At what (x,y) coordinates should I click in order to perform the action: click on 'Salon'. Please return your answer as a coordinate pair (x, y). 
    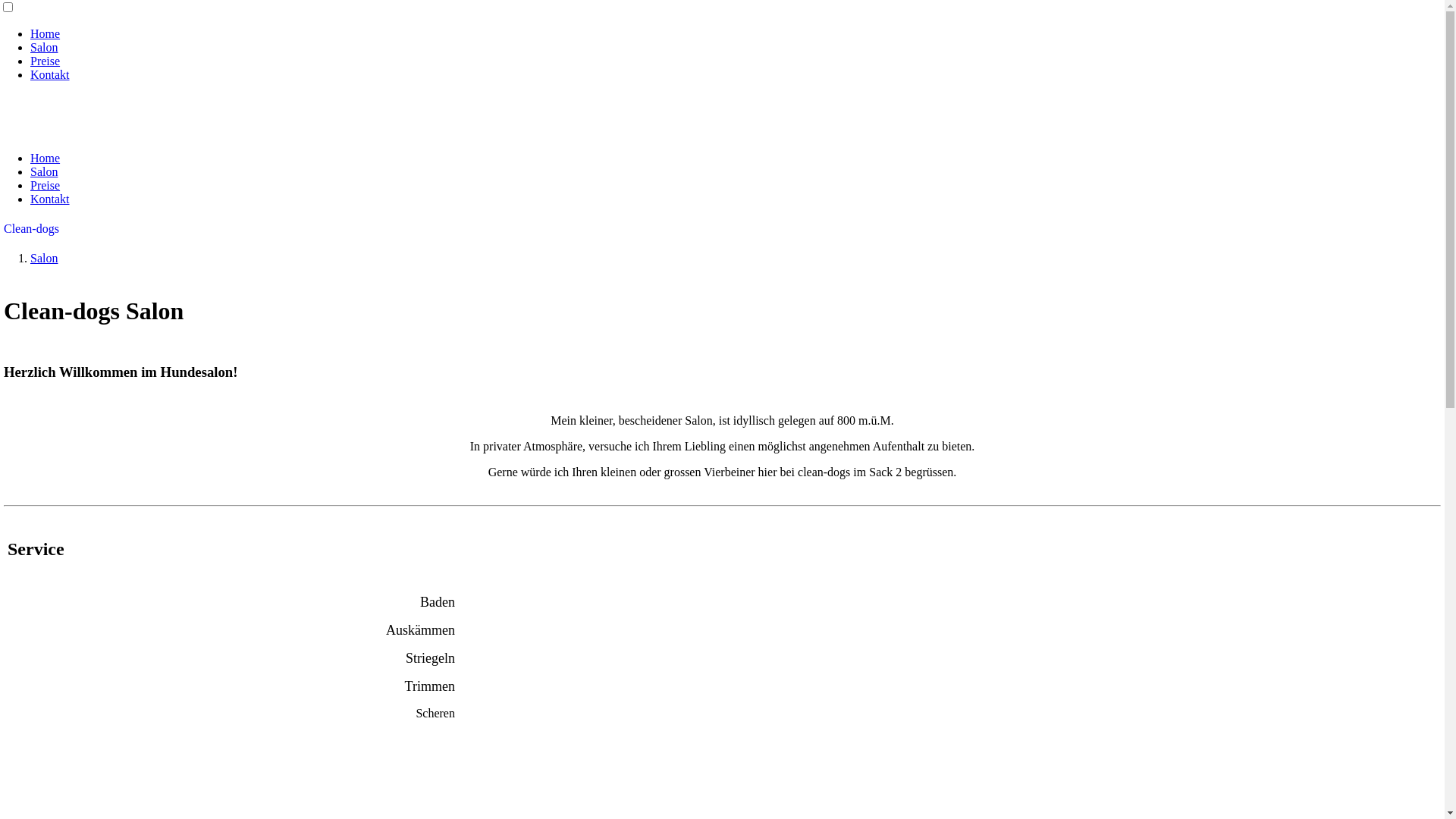
    Looking at the image, I should click on (30, 171).